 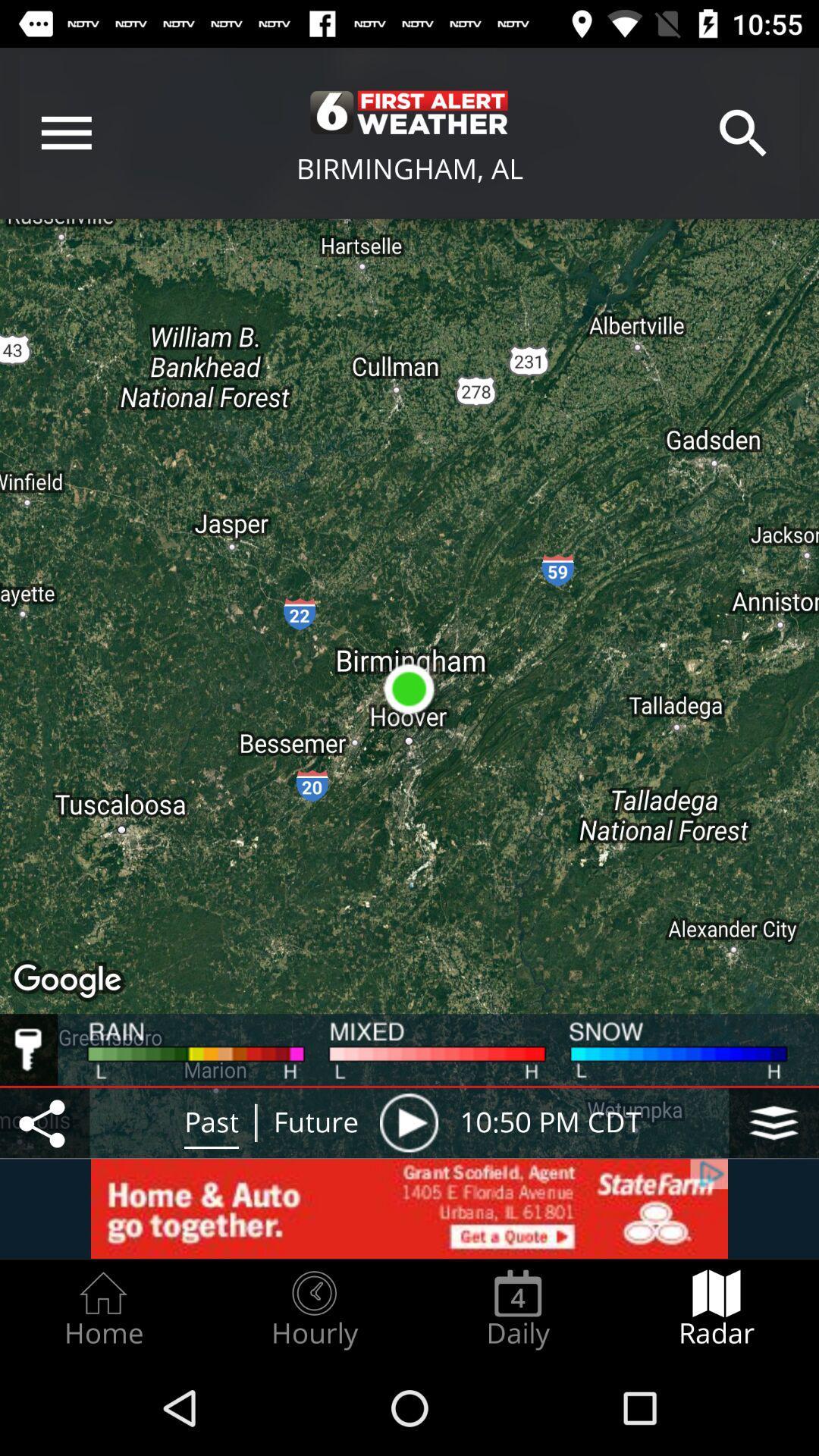 I want to click on the layers icon, so click(x=773, y=1122).